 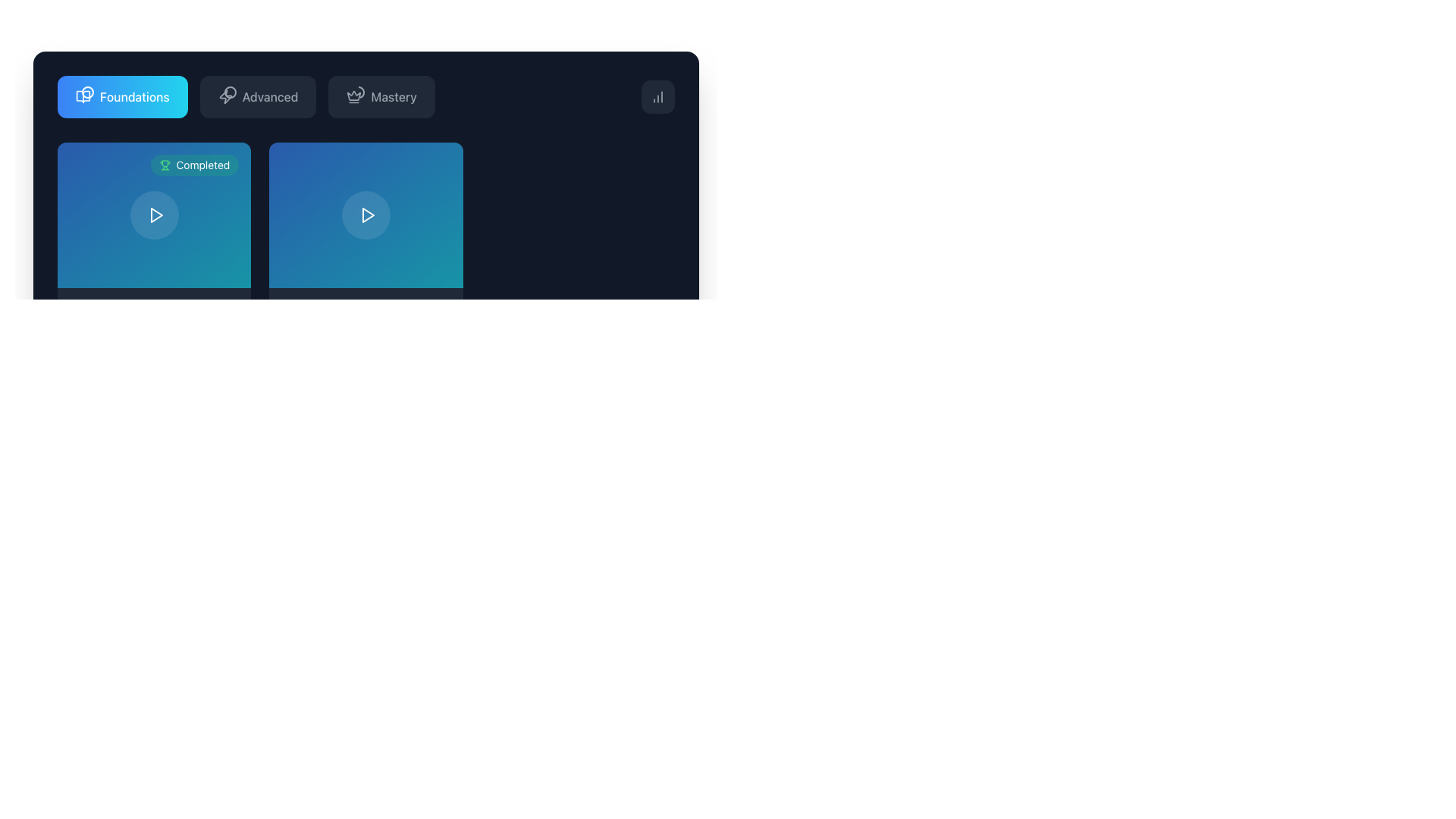 I want to click on the 'Foundations' tab, which contains an icon resembling an opened book, so click(x=83, y=96).